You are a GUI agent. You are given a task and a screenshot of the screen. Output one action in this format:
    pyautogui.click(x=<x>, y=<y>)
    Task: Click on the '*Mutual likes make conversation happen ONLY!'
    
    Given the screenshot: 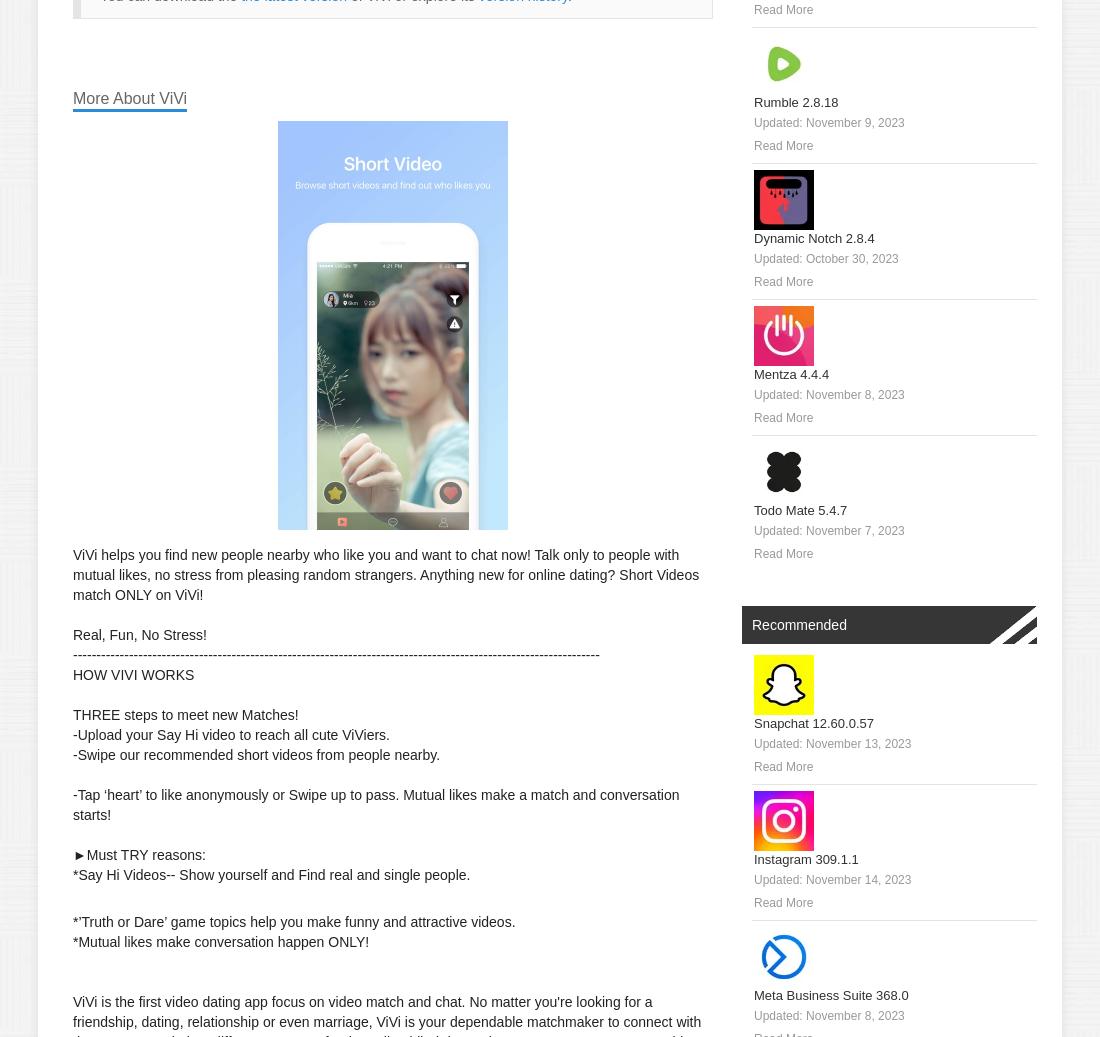 What is the action you would take?
    pyautogui.click(x=220, y=942)
    